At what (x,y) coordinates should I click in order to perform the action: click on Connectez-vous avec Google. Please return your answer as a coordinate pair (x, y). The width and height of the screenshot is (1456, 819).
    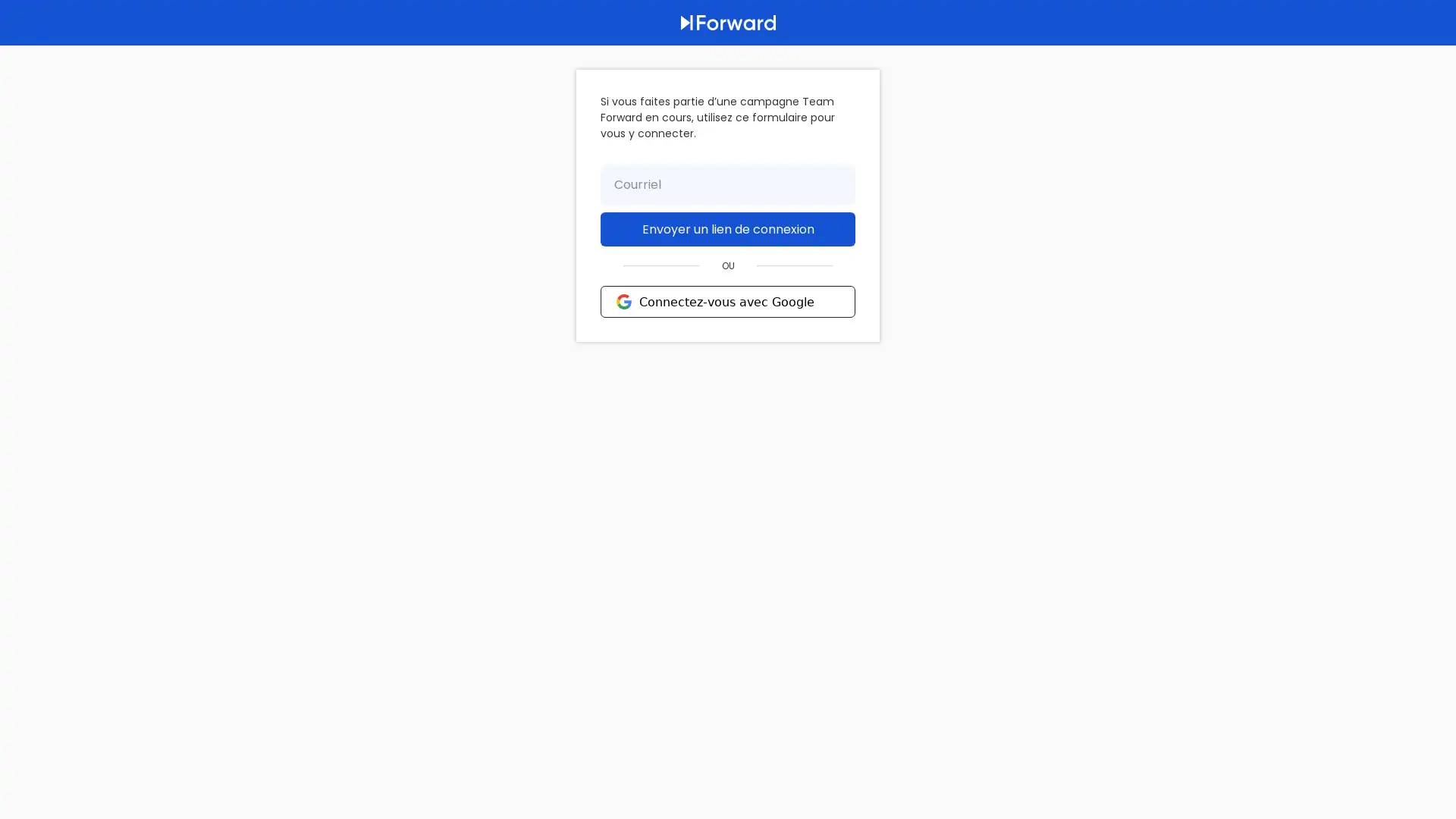
    Looking at the image, I should click on (728, 301).